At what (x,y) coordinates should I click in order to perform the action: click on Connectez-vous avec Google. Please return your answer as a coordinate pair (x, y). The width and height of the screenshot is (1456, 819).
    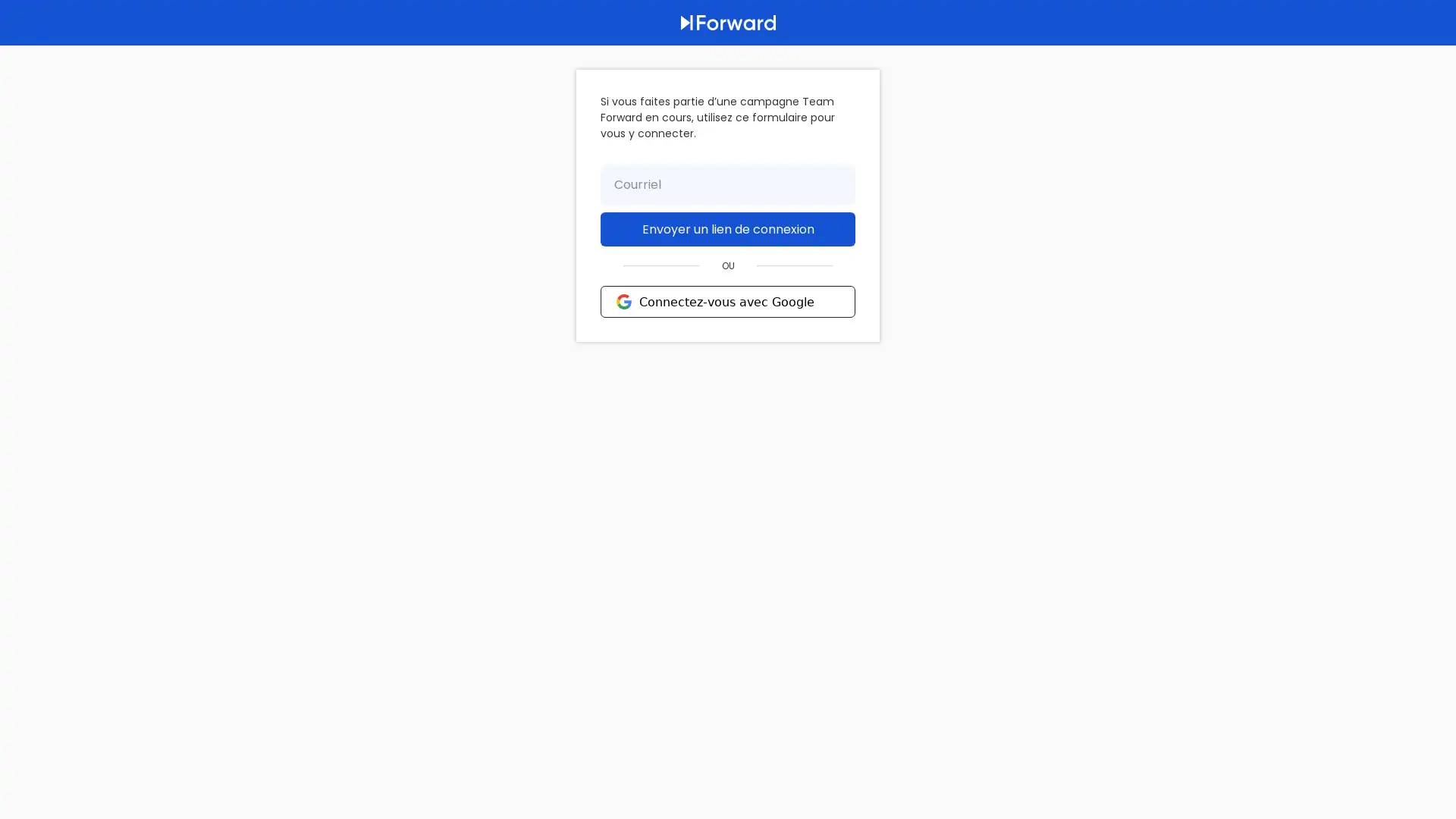
    Looking at the image, I should click on (728, 301).